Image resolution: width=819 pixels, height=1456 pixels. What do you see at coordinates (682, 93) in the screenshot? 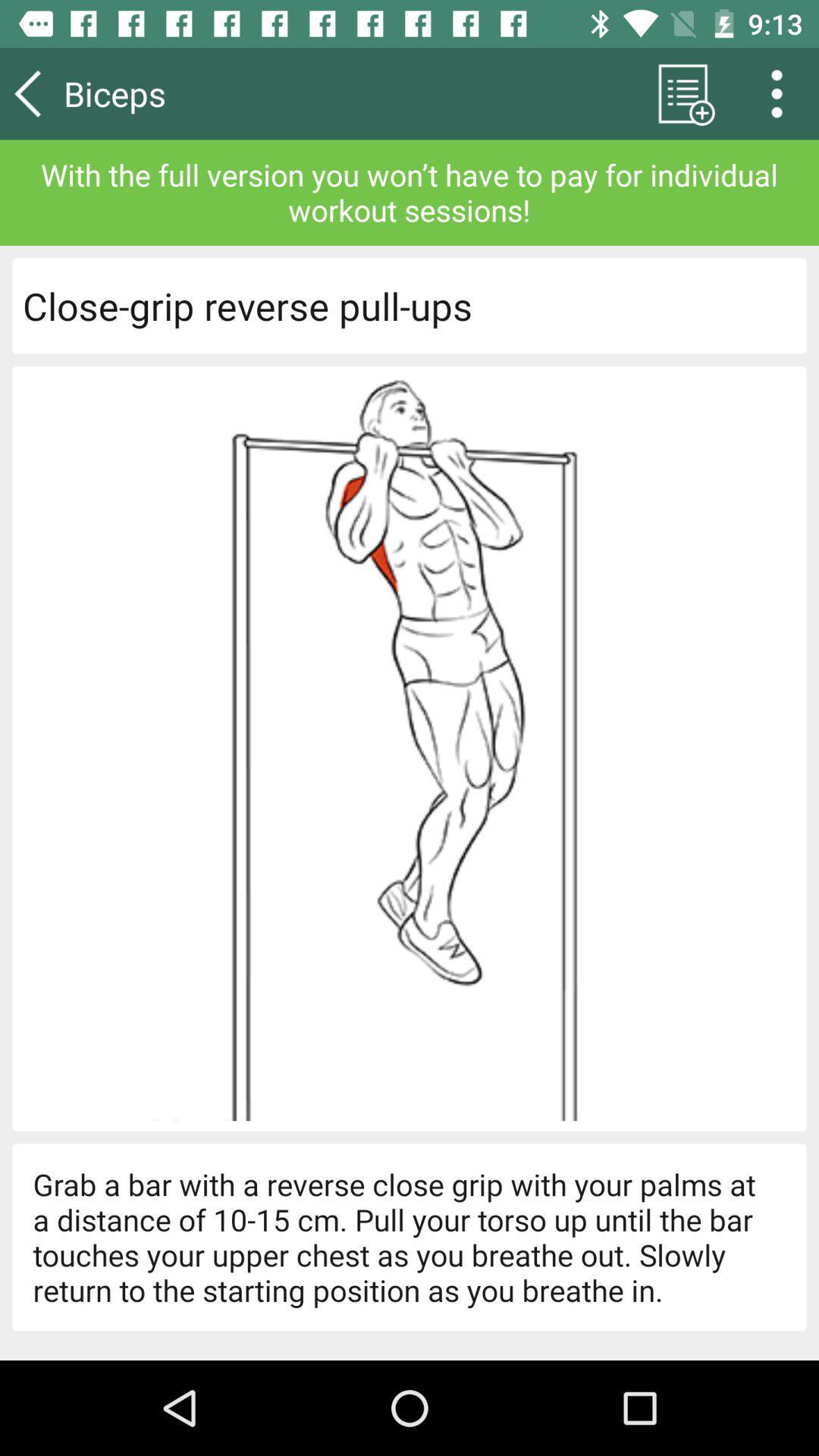
I see `app above the with the full app` at bounding box center [682, 93].